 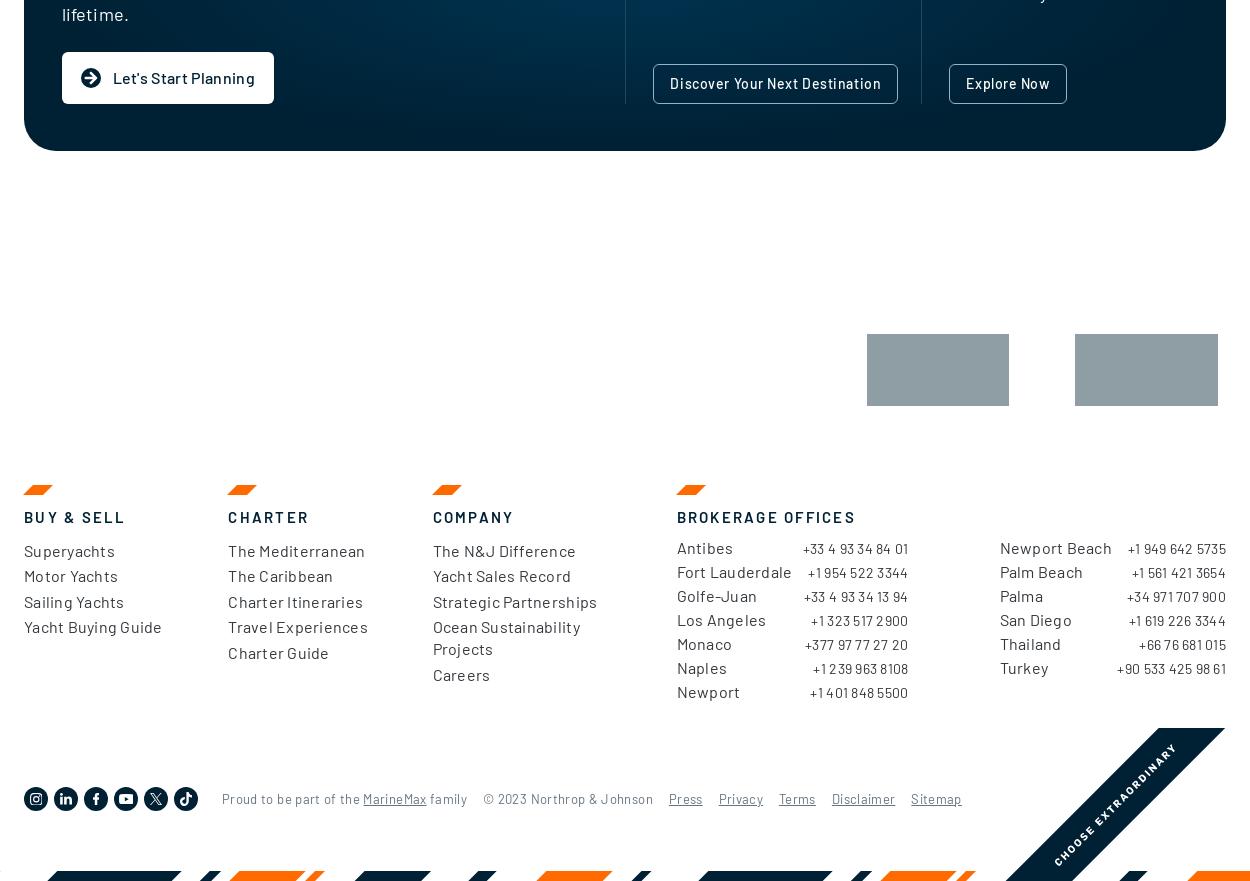 What do you see at coordinates (855, 642) in the screenshot?
I see `'+377 97 77 27 20'` at bounding box center [855, 642].